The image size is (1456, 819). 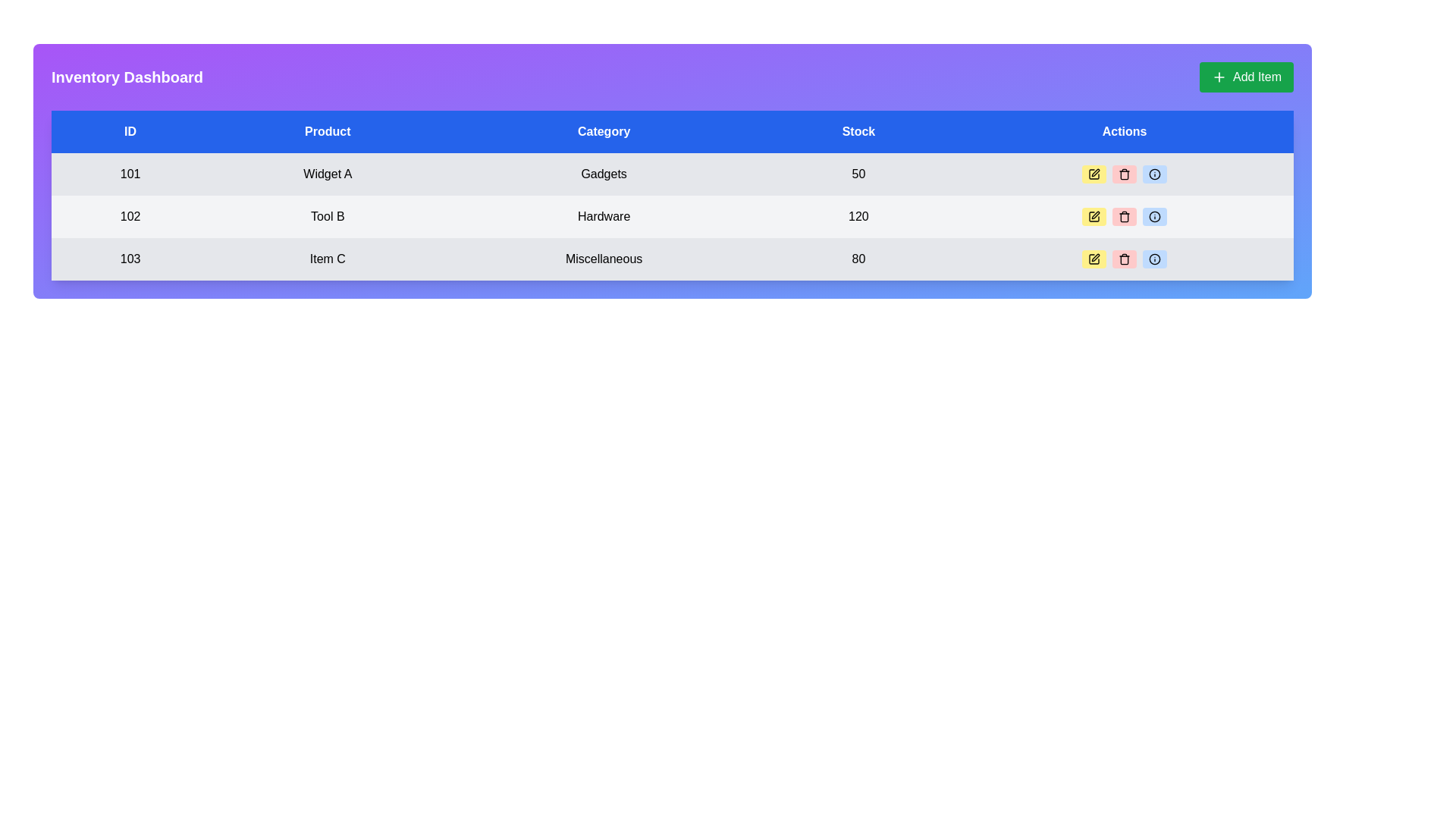 What do you see at coordinates (1094, 216) in the screenshot?
I see `the edit button with a yellow background and a pen icon, located in the third row of the 'Actions' column in the table` at bounding box center [1094, 216].